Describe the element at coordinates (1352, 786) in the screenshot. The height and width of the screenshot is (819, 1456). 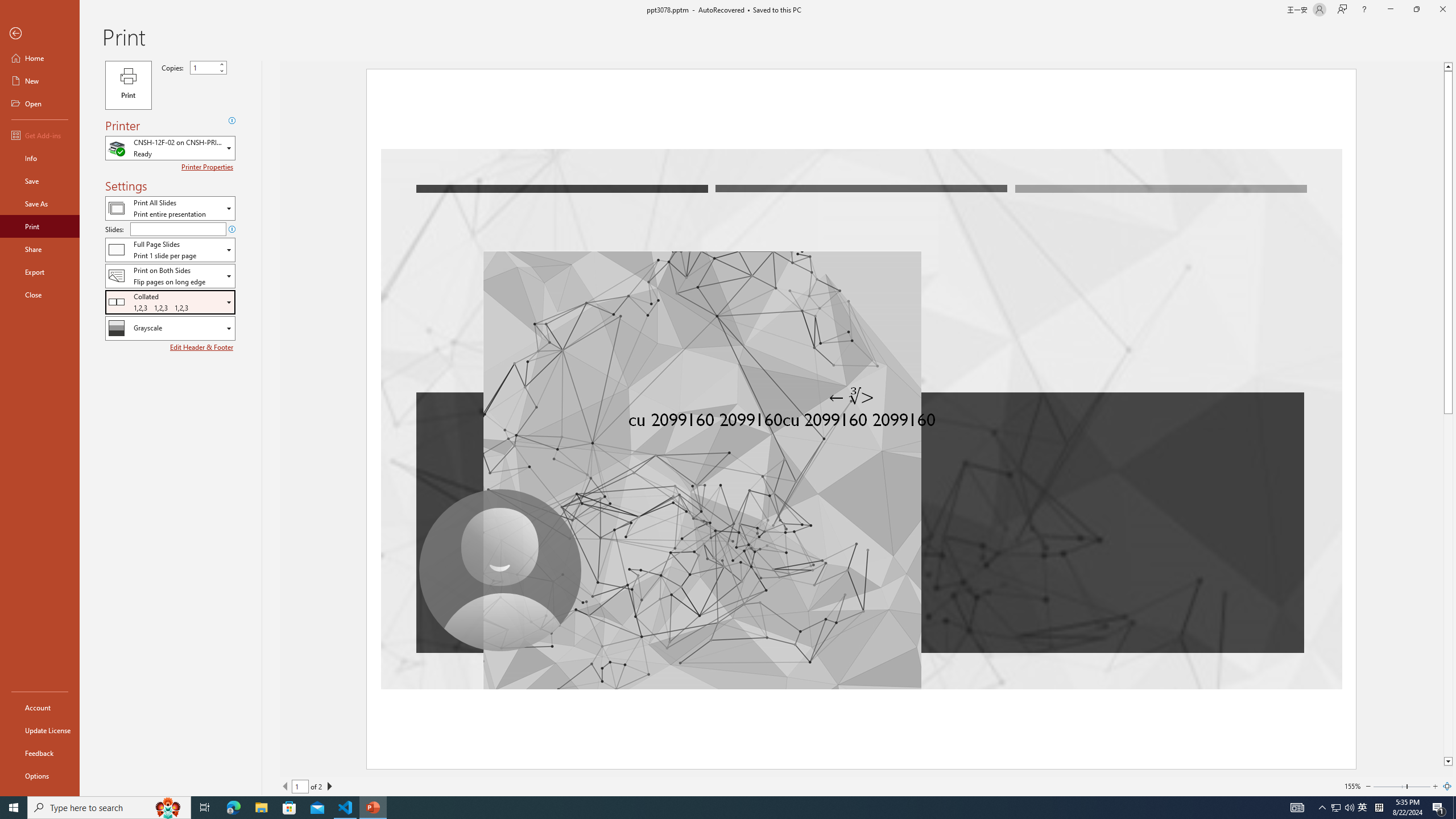
I see `'155%'` at that location.